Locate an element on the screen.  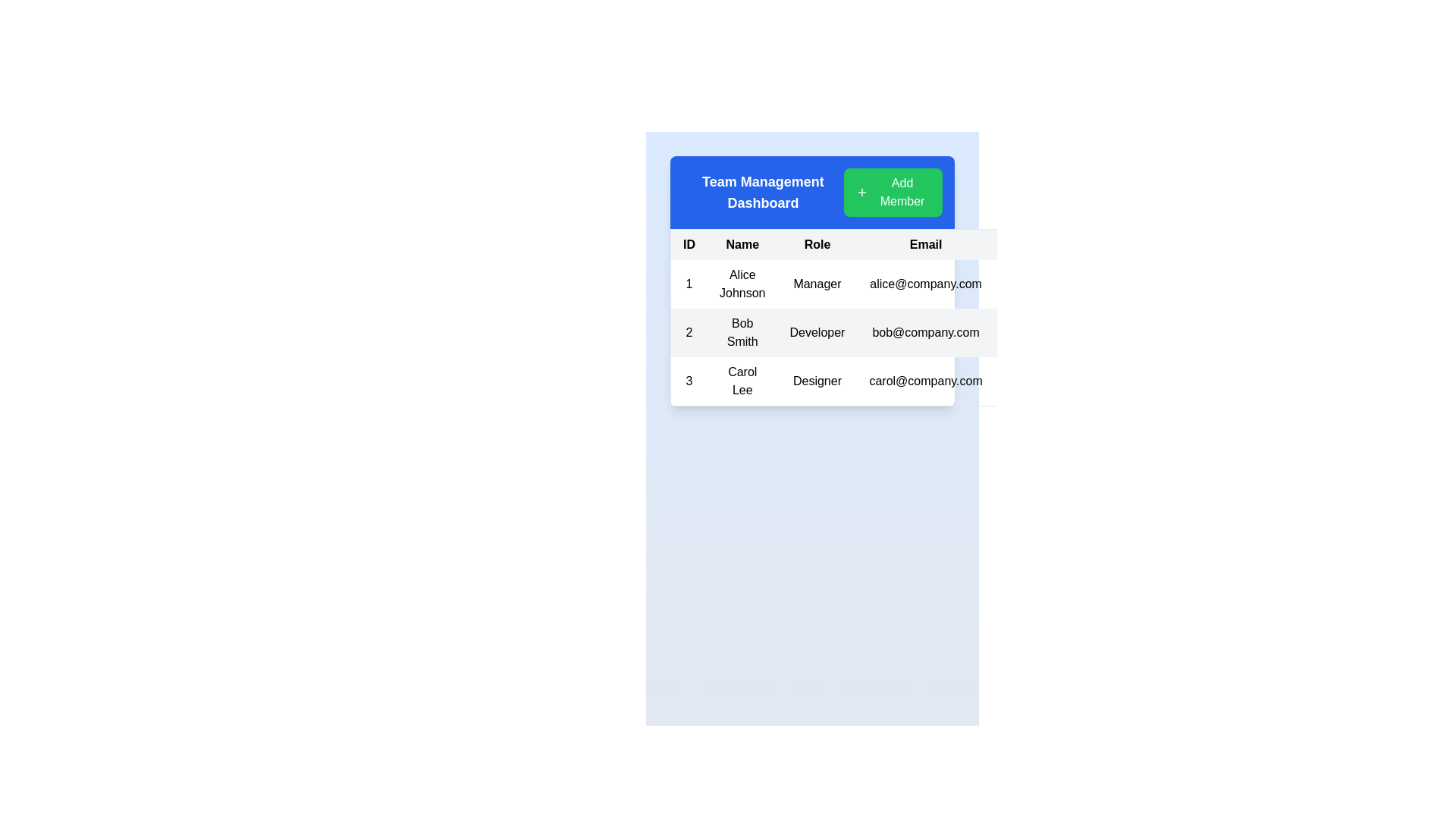
the table cell containing the text '1', which is the first column of the first data row under the 'ID' header is located at coordinates (688, 284).